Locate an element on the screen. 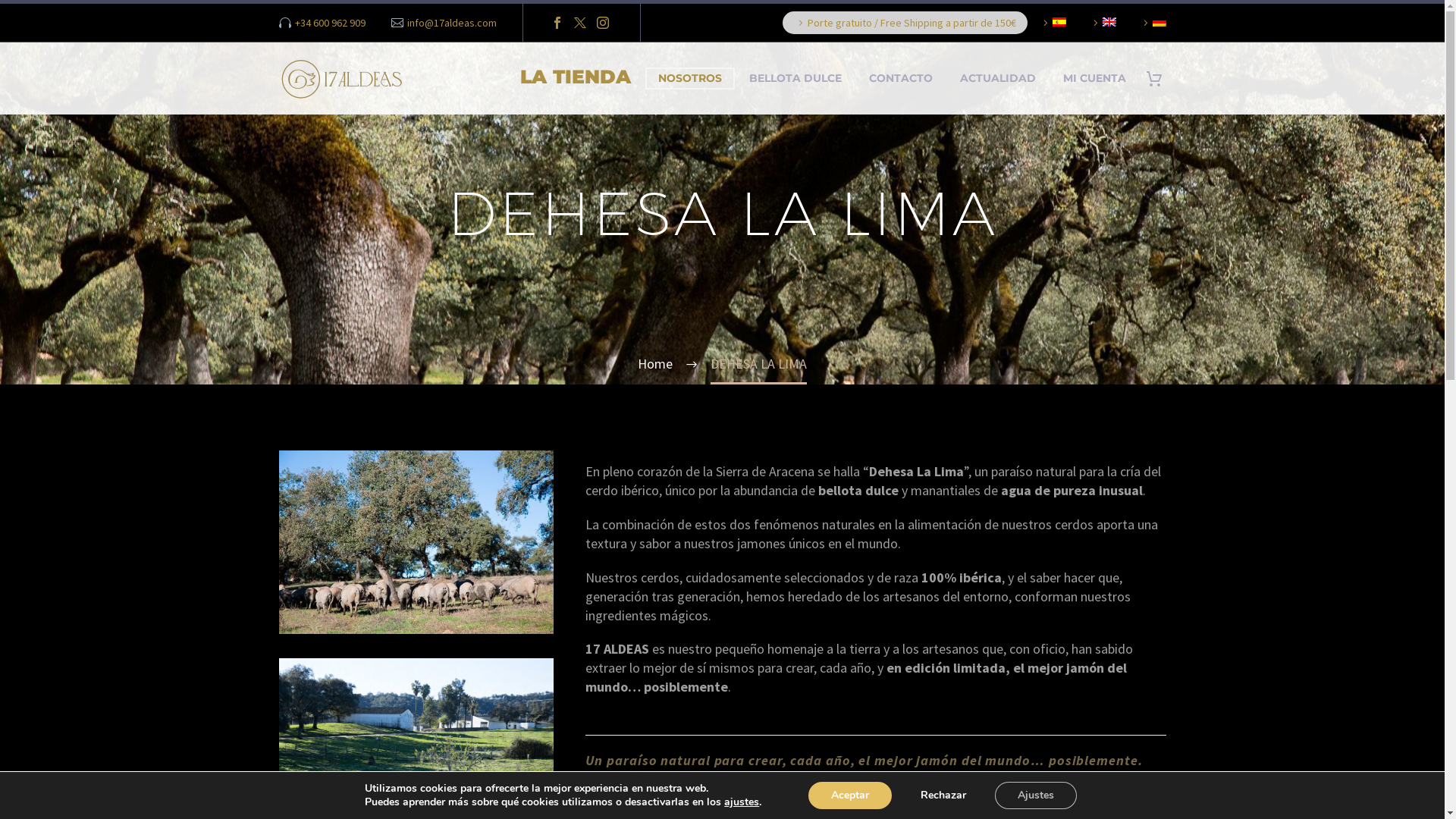 This screenshot has width=1456, height=819. 'Home' is located at coordinates (655, 363).